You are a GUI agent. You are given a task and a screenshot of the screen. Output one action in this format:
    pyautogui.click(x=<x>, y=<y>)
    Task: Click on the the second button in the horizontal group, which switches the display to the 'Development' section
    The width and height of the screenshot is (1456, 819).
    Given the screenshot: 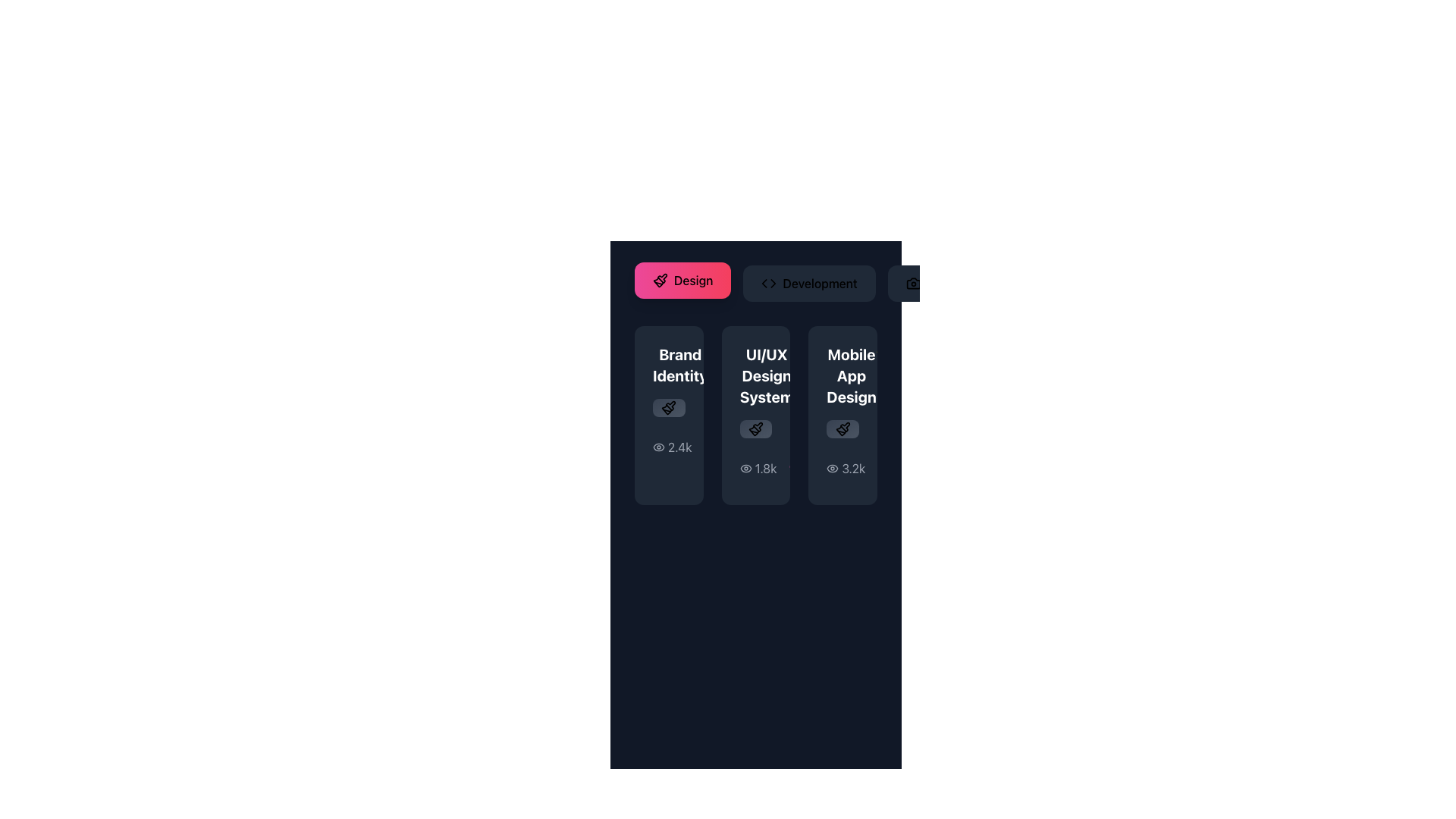 What is the action you would take?
    pyautogui.click(x=756, y=284)
    